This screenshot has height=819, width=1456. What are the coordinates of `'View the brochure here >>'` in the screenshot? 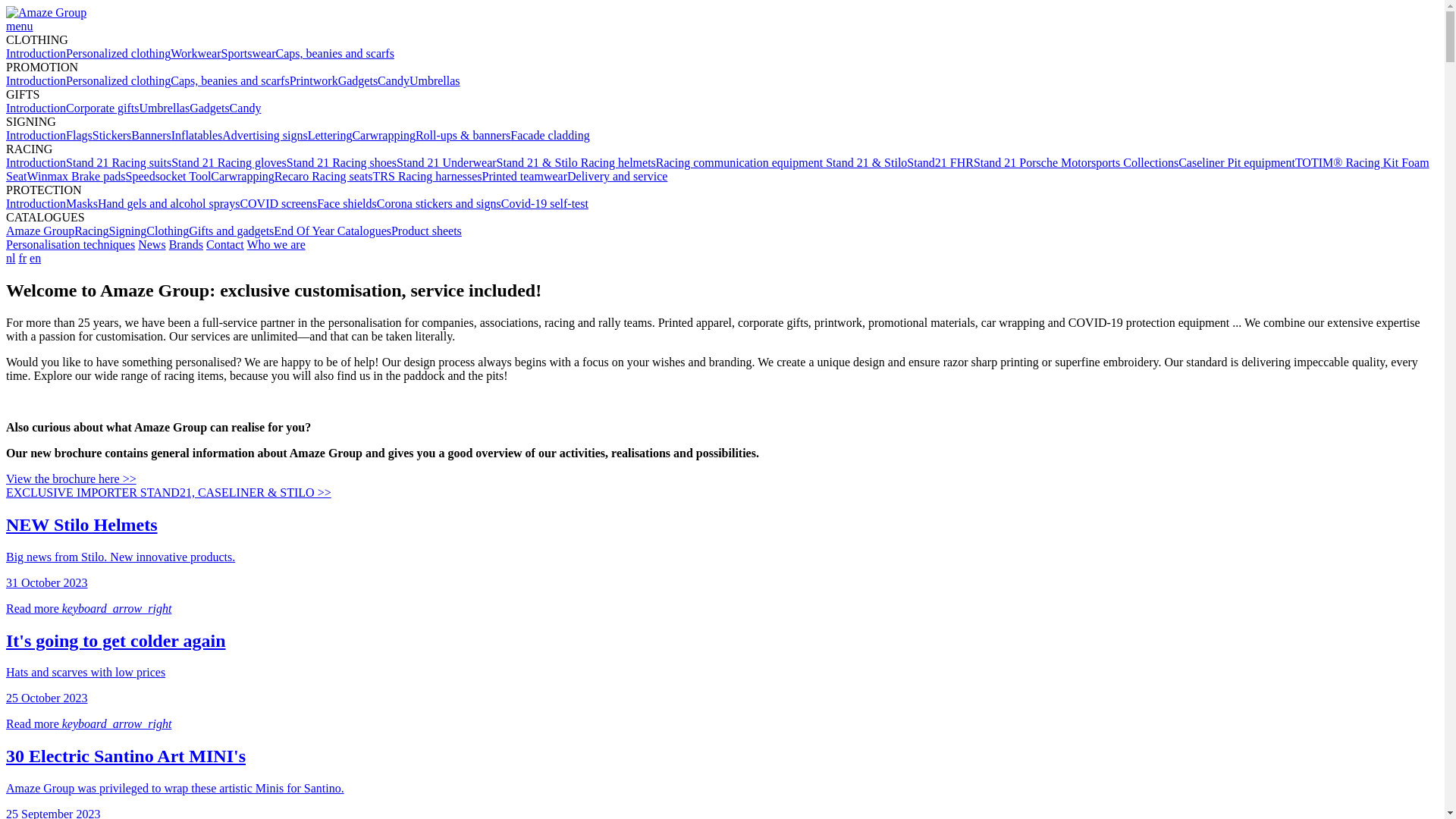 It's located at (71, 479).